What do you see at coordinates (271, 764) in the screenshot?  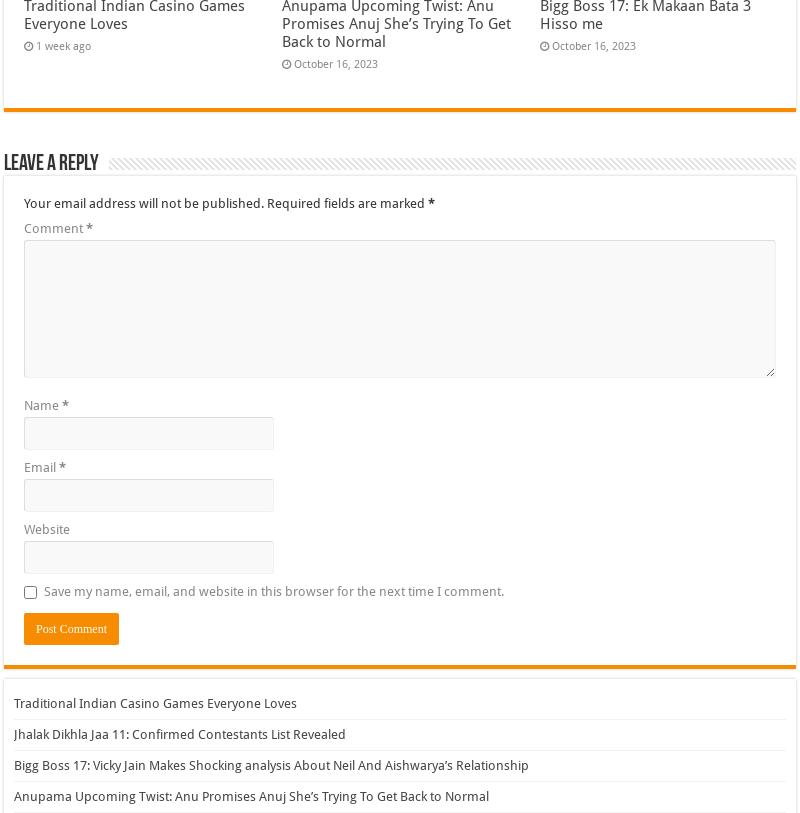 I see `'Bigg Boss 17: Vicky Jain Makes Shocking analysis About Neil And Aishwarya’s Relationship'` at bounding box center [271, 764].